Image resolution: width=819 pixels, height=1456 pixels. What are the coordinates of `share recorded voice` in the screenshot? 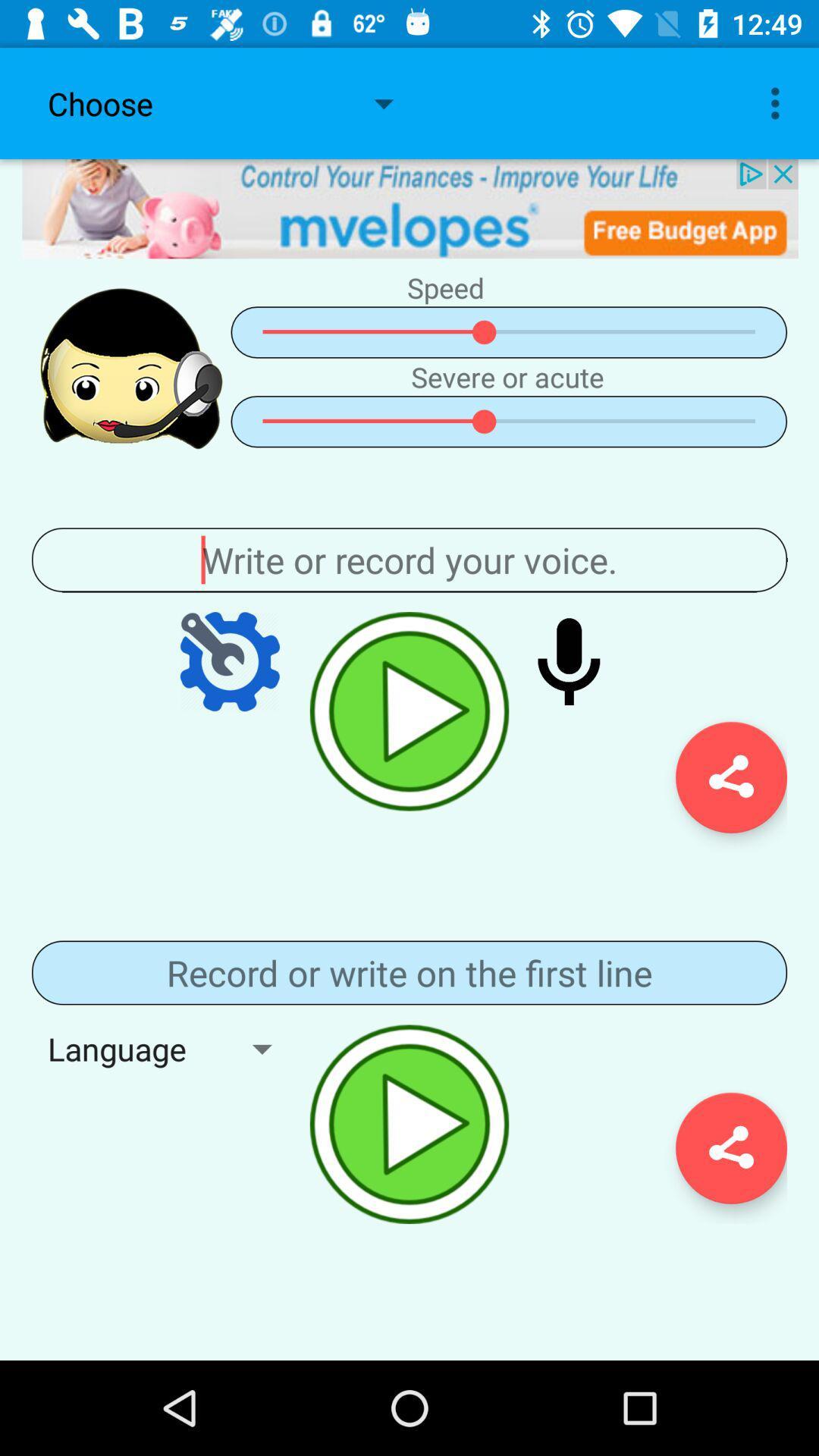 It's located at (730, 777).